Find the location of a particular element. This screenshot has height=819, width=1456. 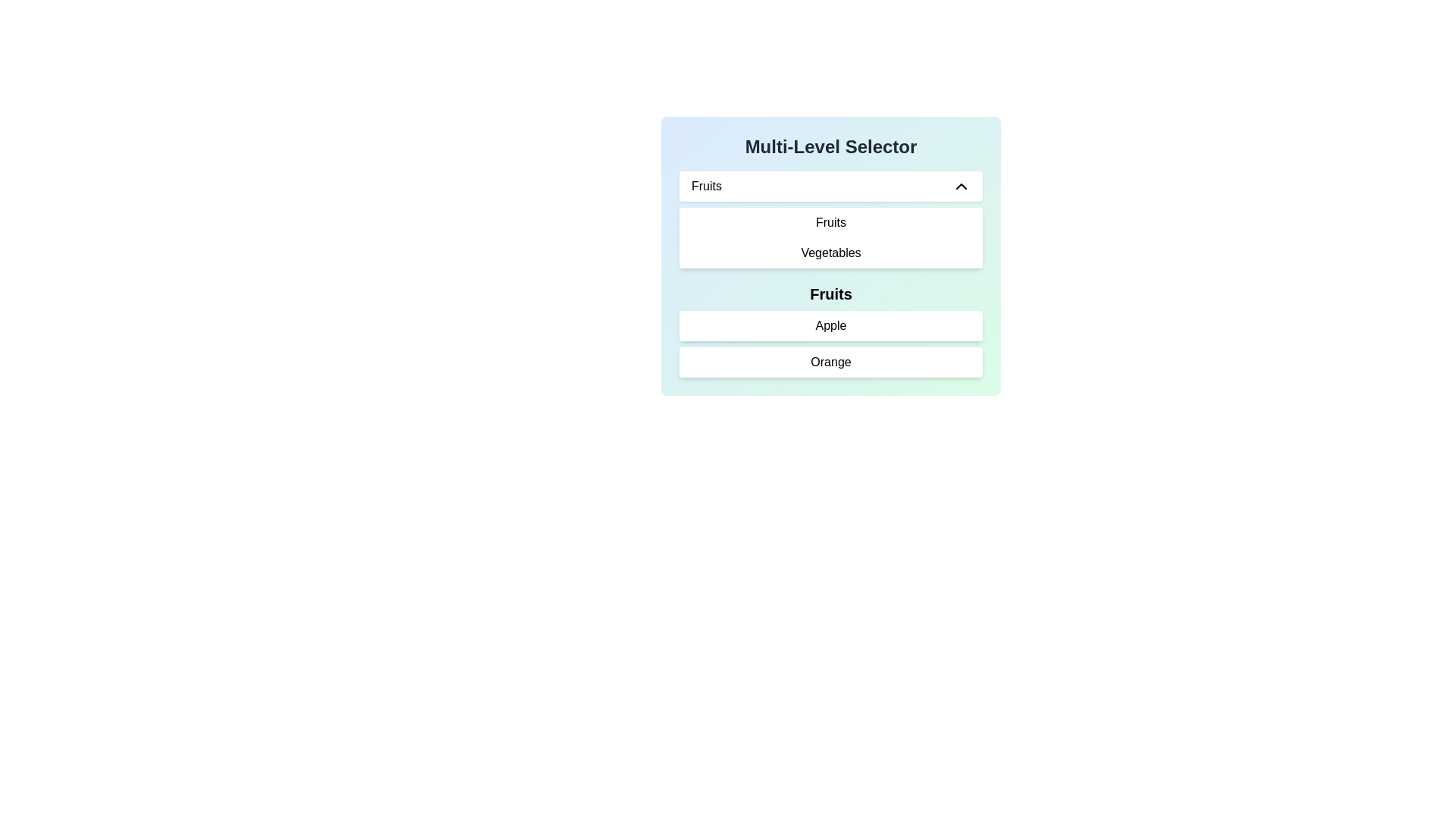

the 'Orange' menu item button, which is a rectangular button with a white background and dark text, located below the 'Apple' option in the 'Fruits' menu is located at coordinates (830, 362).